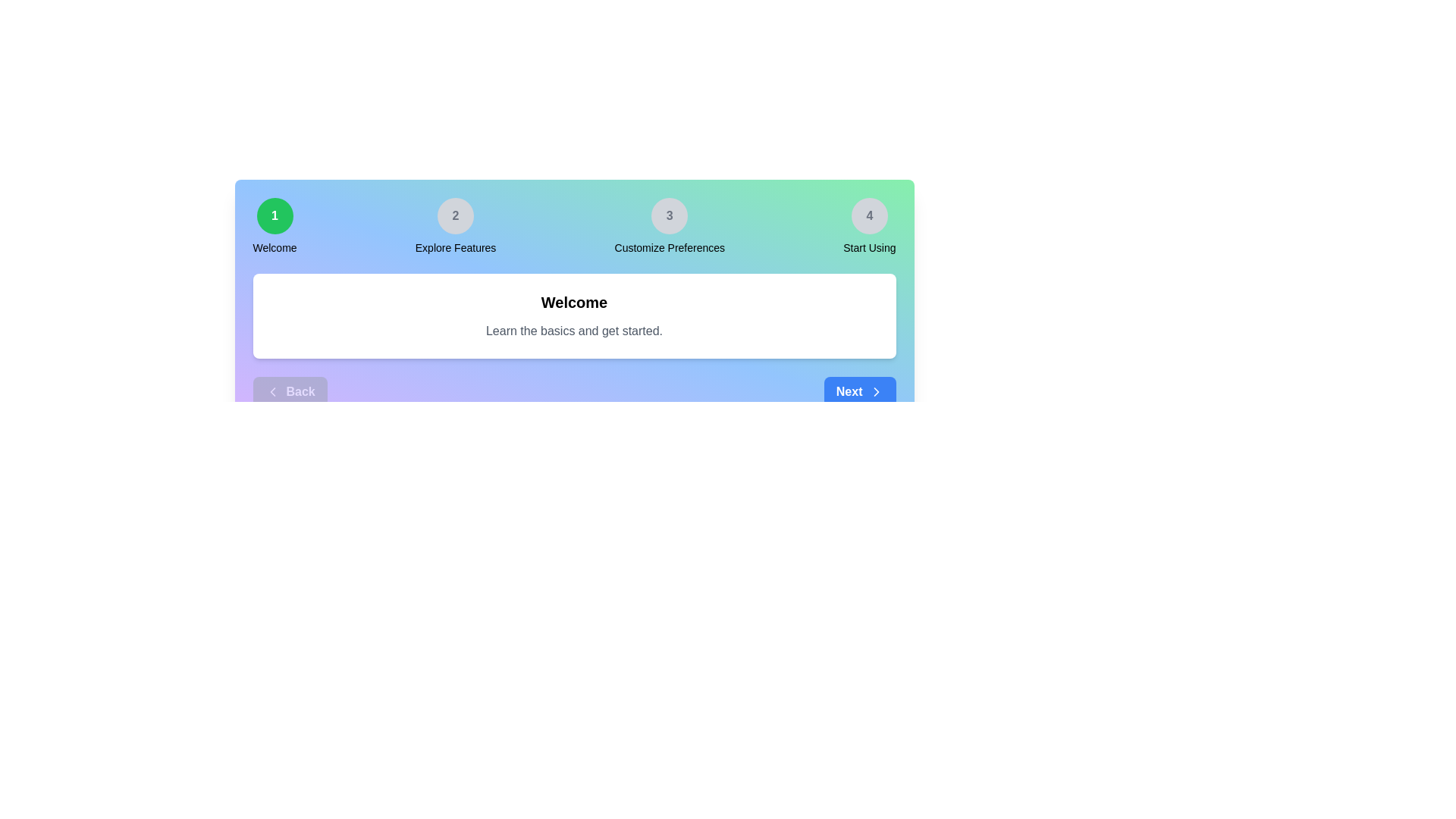  Describe the element at coordinates (455, 216) in the screenshot. I see `the progress indicator for step 2 to navigate to that step` at that location.